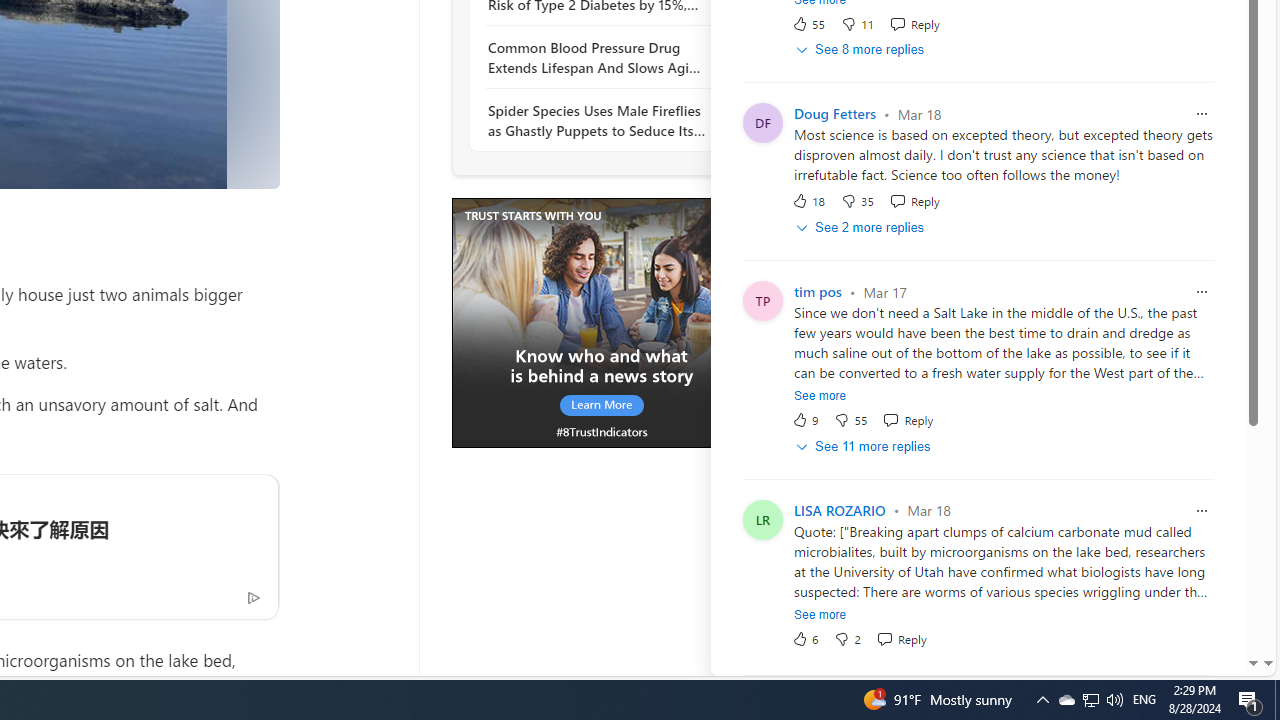  I want to click on 'Reply Reply Comment', so click(900, 638).